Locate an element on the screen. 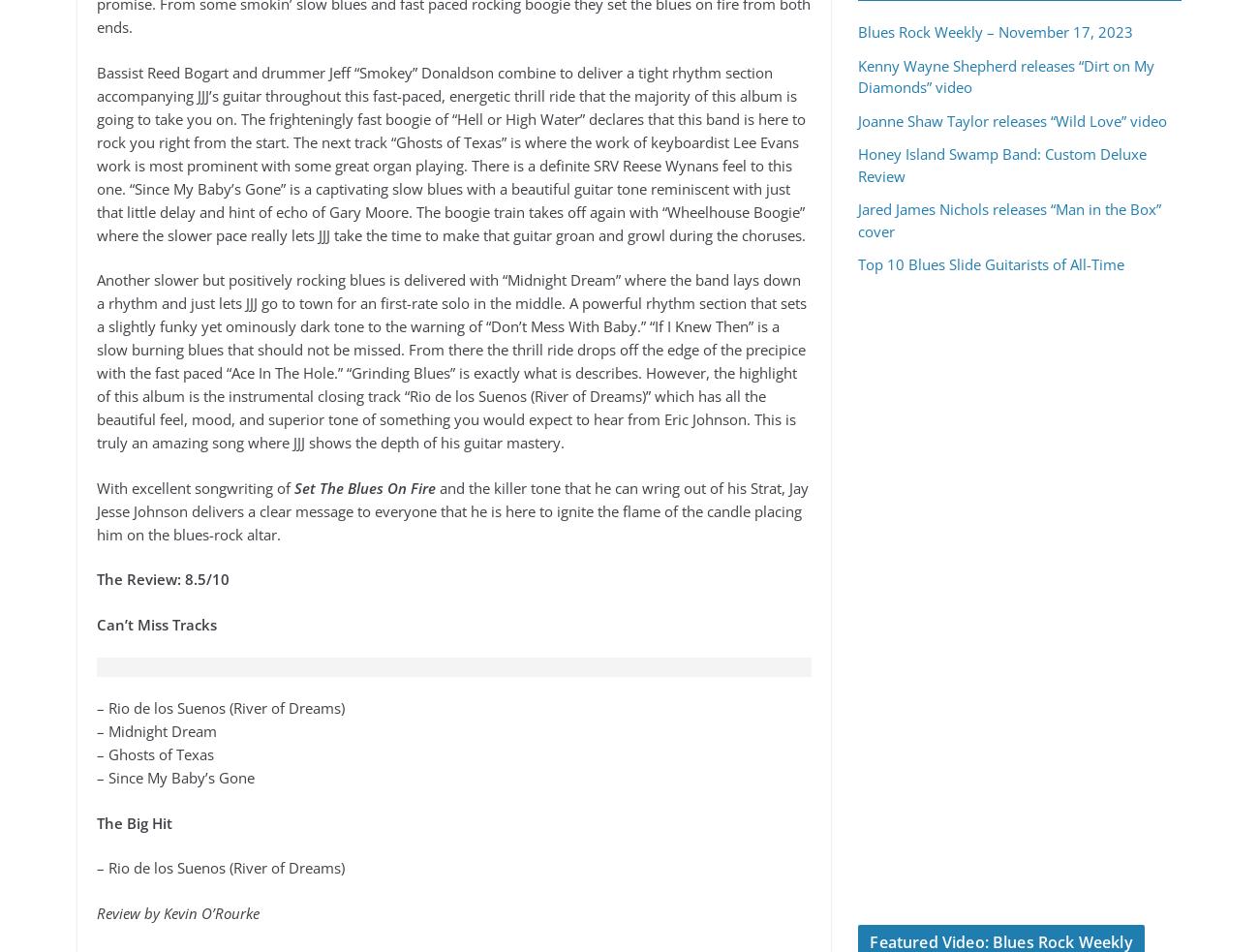  'Review by Kevin O’Rourke' is located at coordinates (177, 912).